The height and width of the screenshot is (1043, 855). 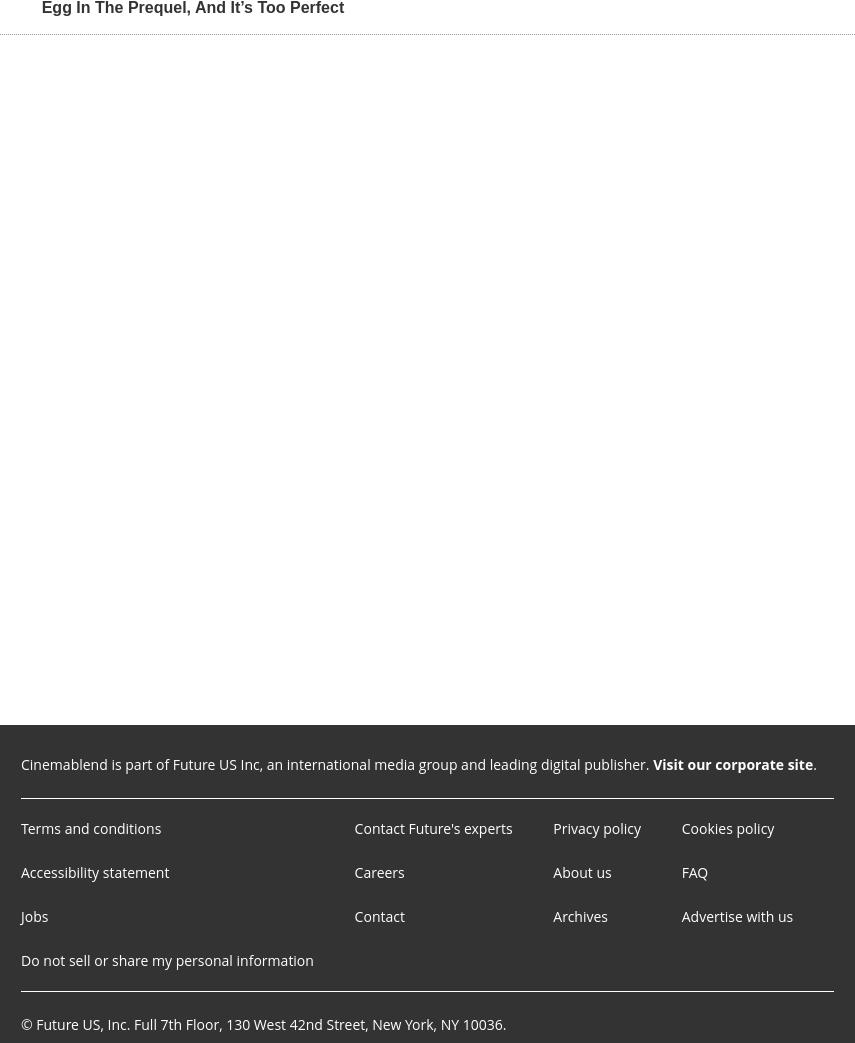 What do you see at coordinates (33, 914) in the screenshot?
I see `'Jobs'` at bounding box center [33, 914].